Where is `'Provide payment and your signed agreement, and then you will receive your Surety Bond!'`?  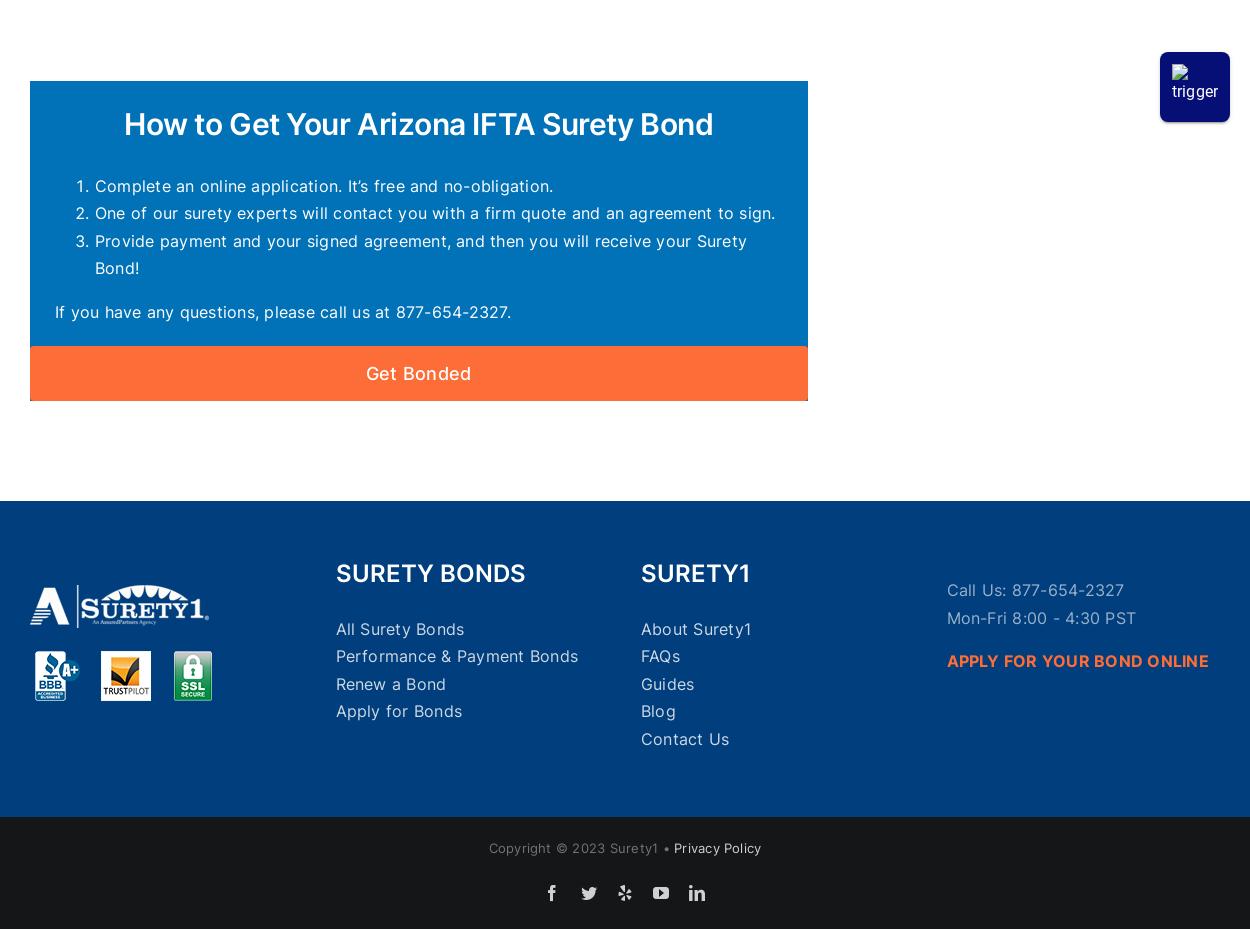 'Provide payment and your signed agreement, and then you will receive your Surety Bond!' is located at coordinates (93, 252).